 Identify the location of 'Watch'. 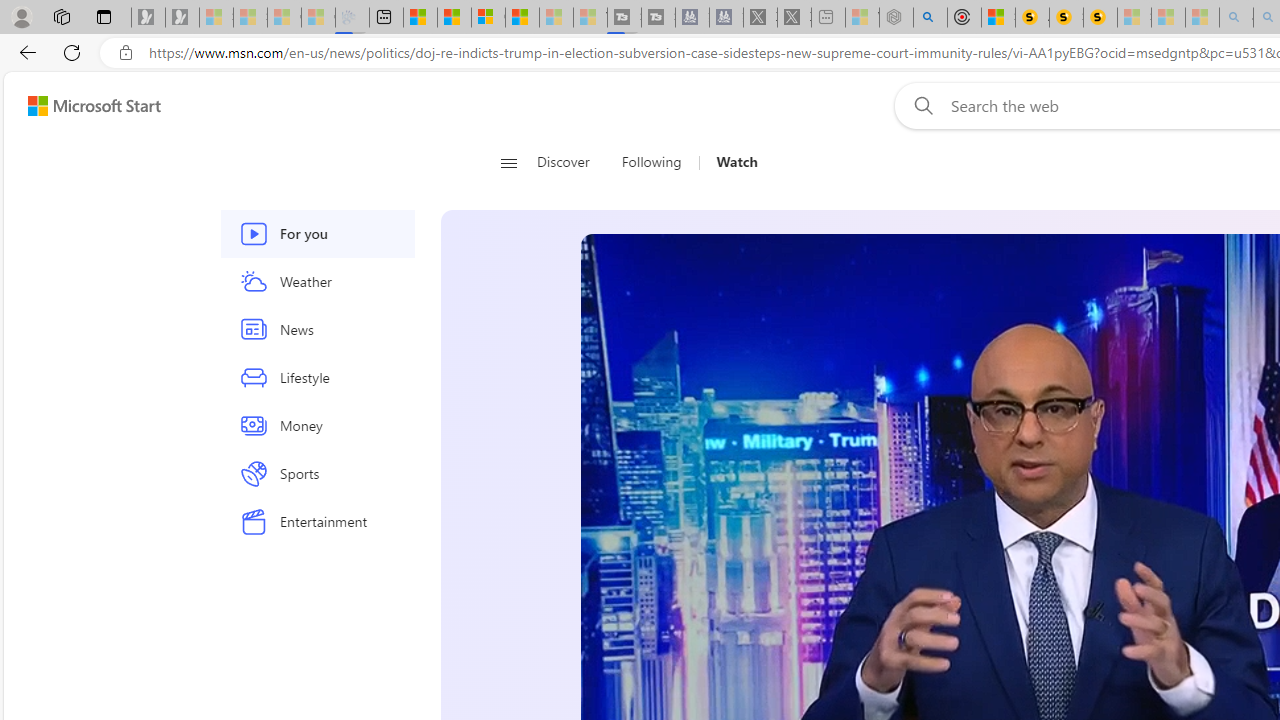
(736, 162).